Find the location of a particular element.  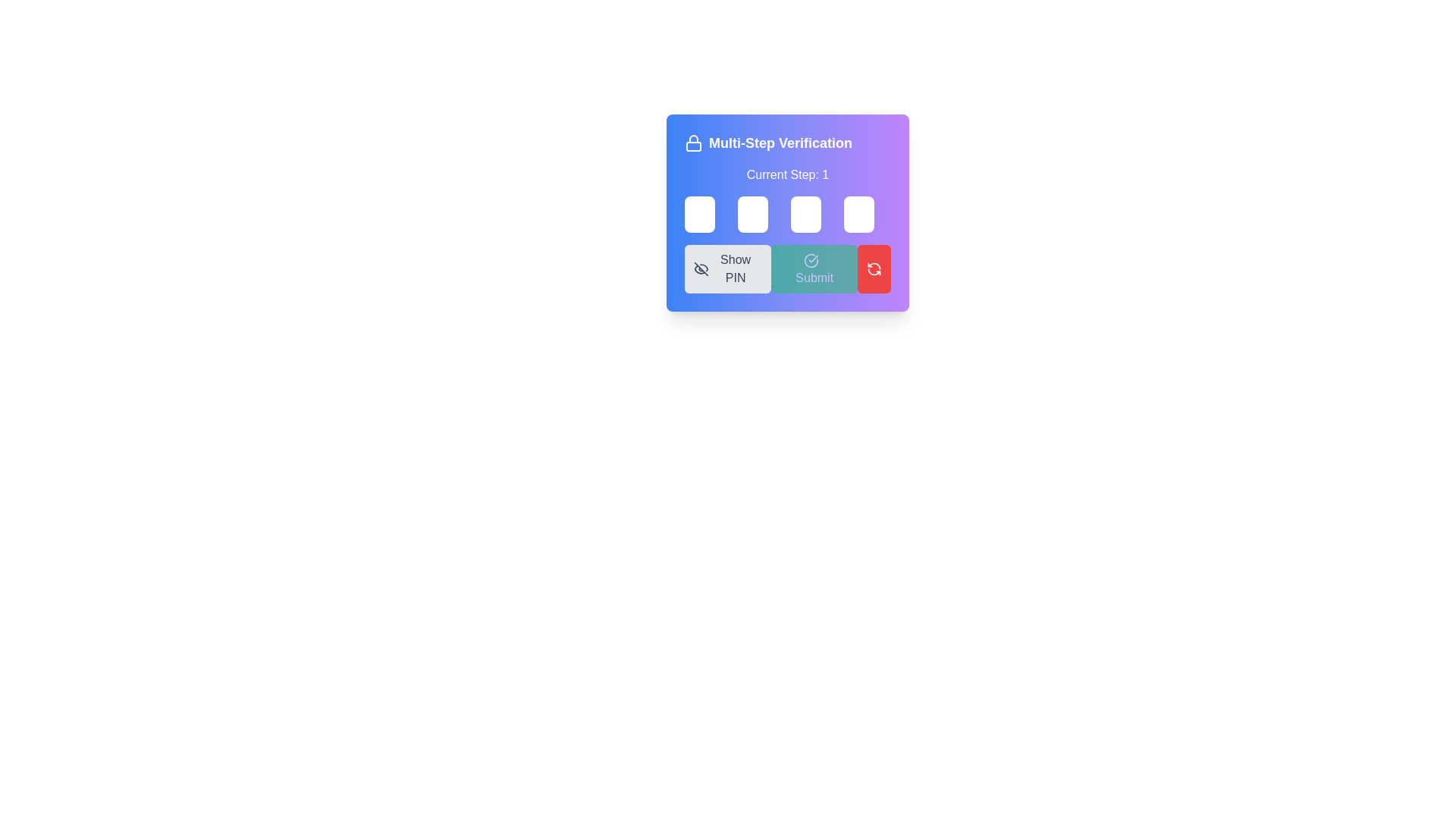

the 'eye-off' SVG icon, which is part of the 'Show PIN' button in the multi-step verification modal interface is located at coordinates (700, 268).